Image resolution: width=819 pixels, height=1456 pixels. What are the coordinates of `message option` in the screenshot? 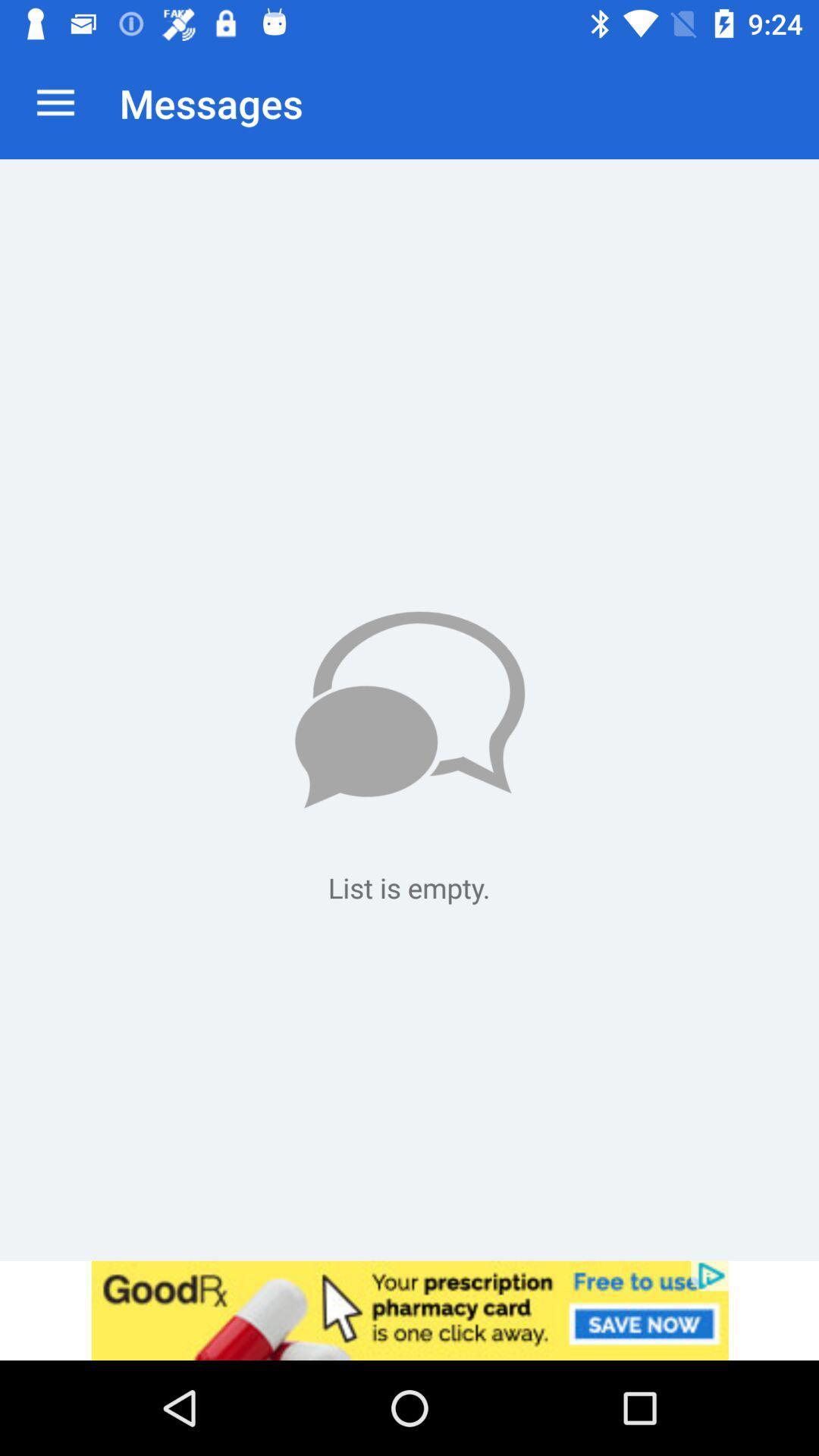 It's located at (409, 709).